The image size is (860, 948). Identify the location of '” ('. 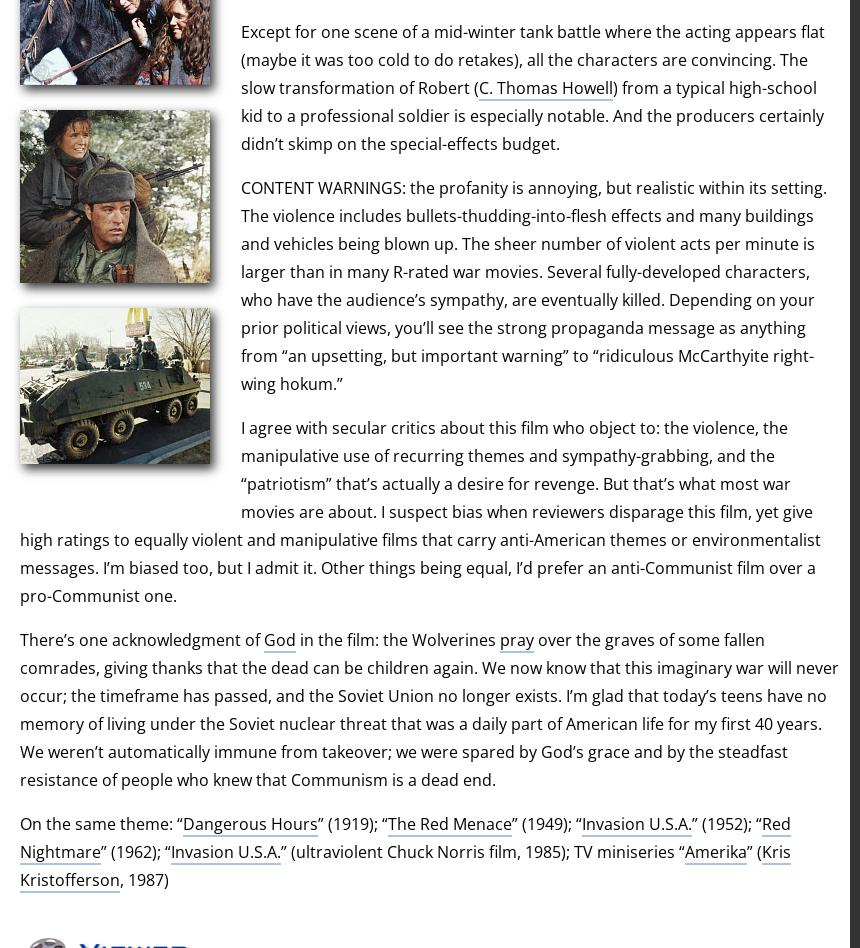
(745, 850).